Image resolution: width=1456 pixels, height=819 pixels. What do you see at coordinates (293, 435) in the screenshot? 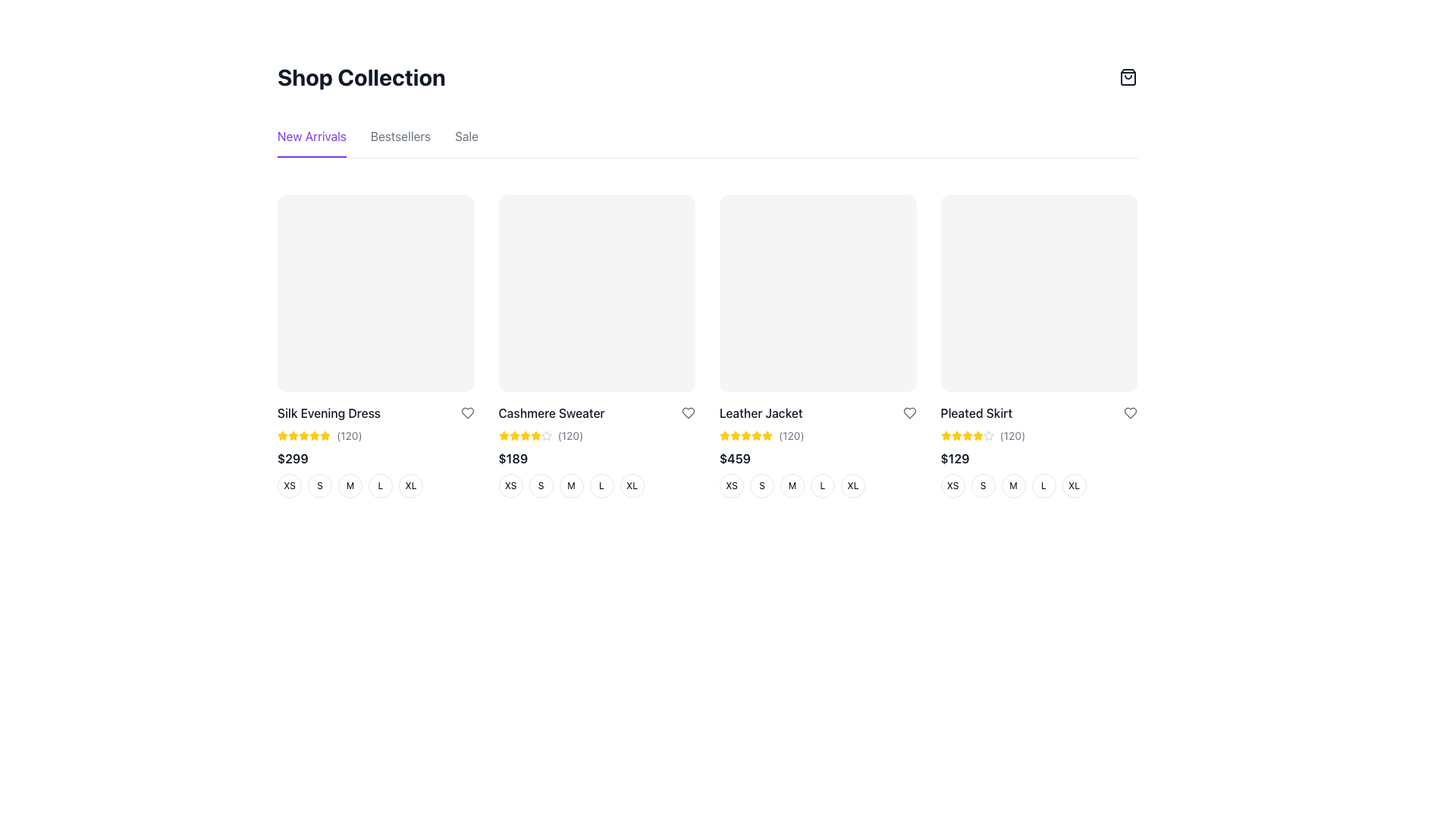
I see `the third yellow star icon in the rating system below the 'Silk Evening Dress' product display` at bounding box center [293, 435].